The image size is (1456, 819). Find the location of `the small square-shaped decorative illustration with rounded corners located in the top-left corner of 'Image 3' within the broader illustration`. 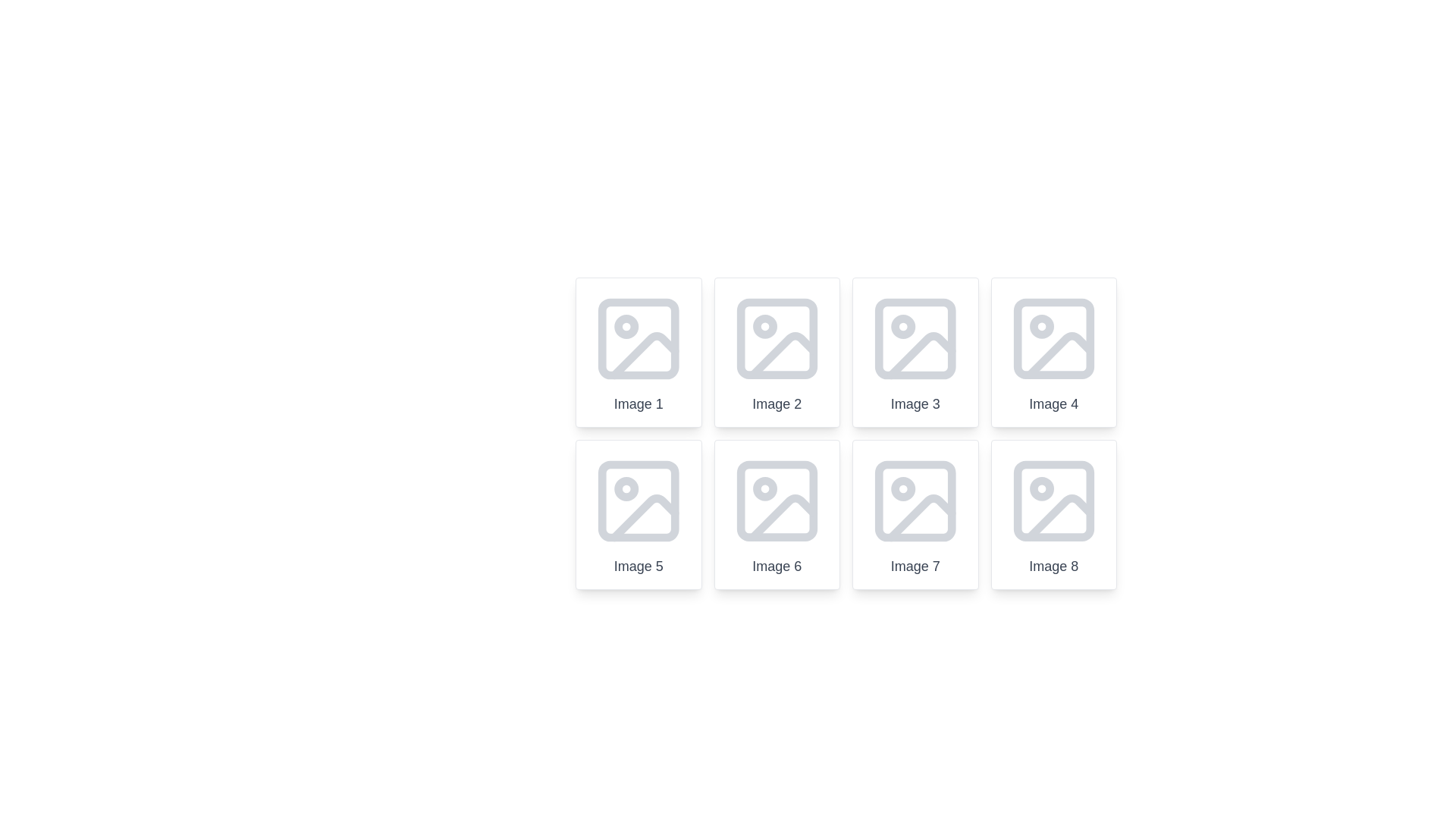

the small square-shaped decorative illustration with rounded corners located in the top-left corner of 'Image 3' within the broader illustration is located at coordinates (915, 338).